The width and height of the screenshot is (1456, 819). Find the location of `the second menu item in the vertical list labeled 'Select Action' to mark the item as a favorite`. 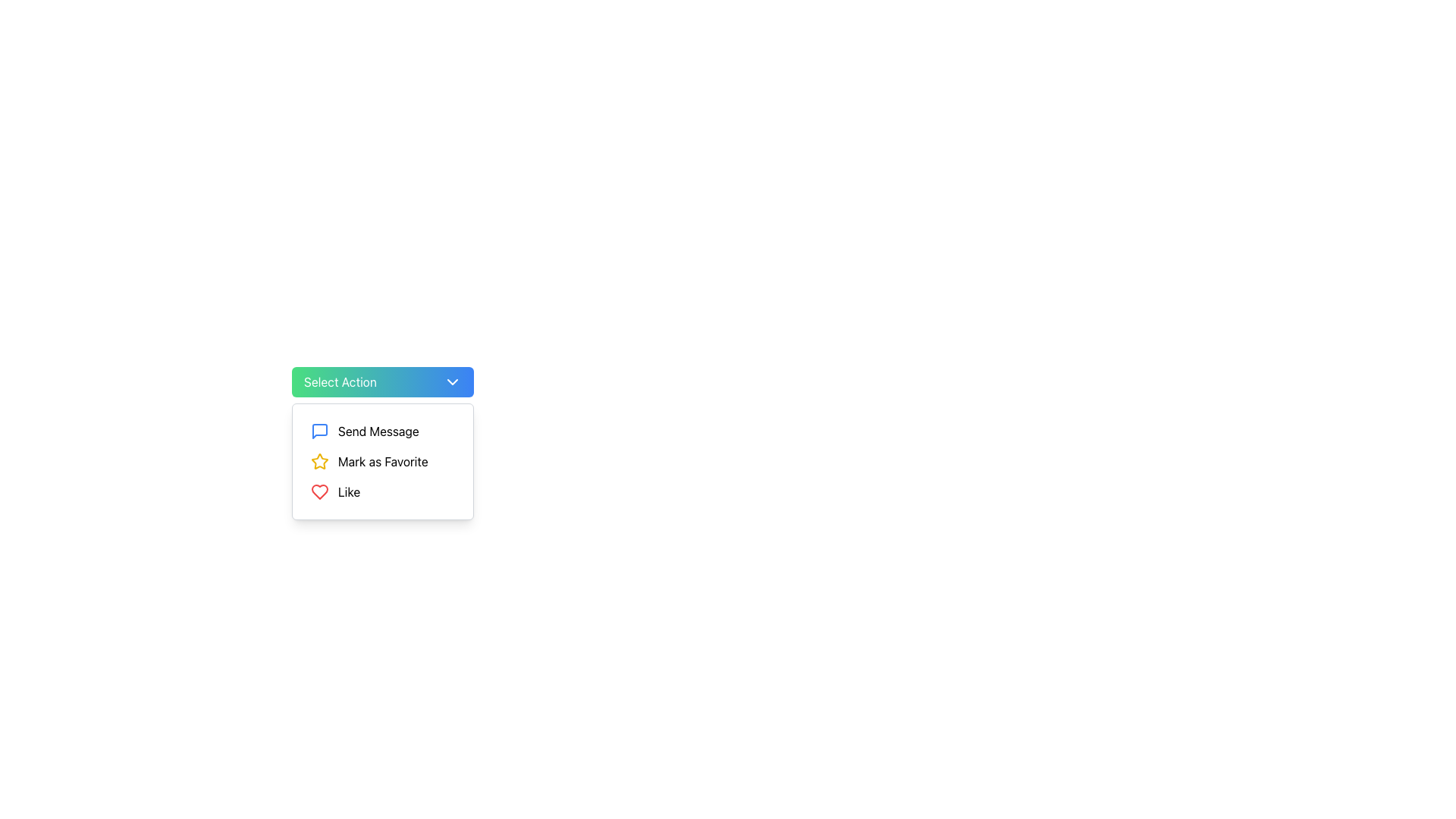

the second menu item in the vertical list labeled 'Select Action' to mark the item as a favorite is located at coordinates (382, 461).